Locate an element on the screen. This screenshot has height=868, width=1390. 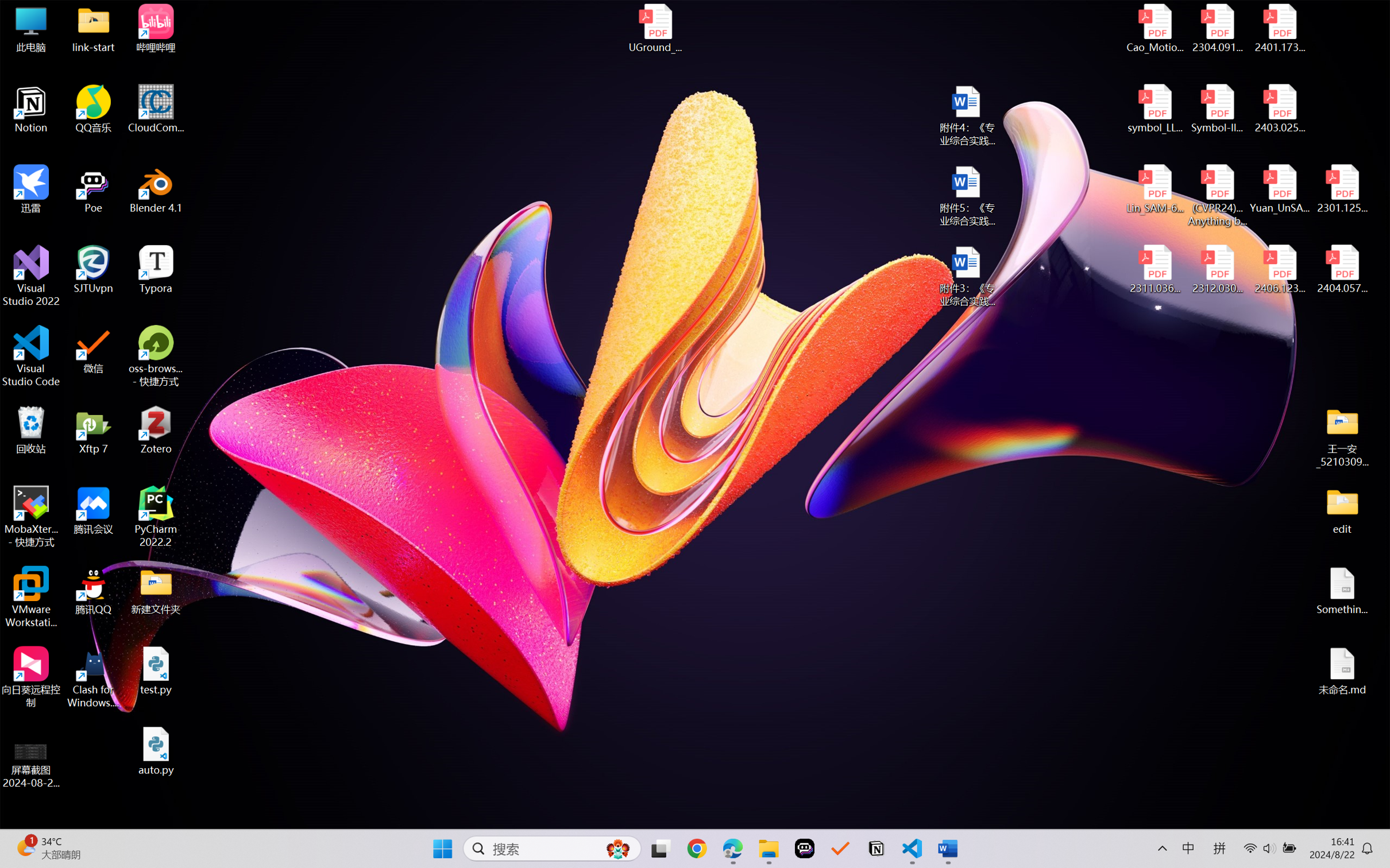
'(CVPR24)Matching Anything by Segmenting Anything.pdf' is located at coordinates (1217, 195).